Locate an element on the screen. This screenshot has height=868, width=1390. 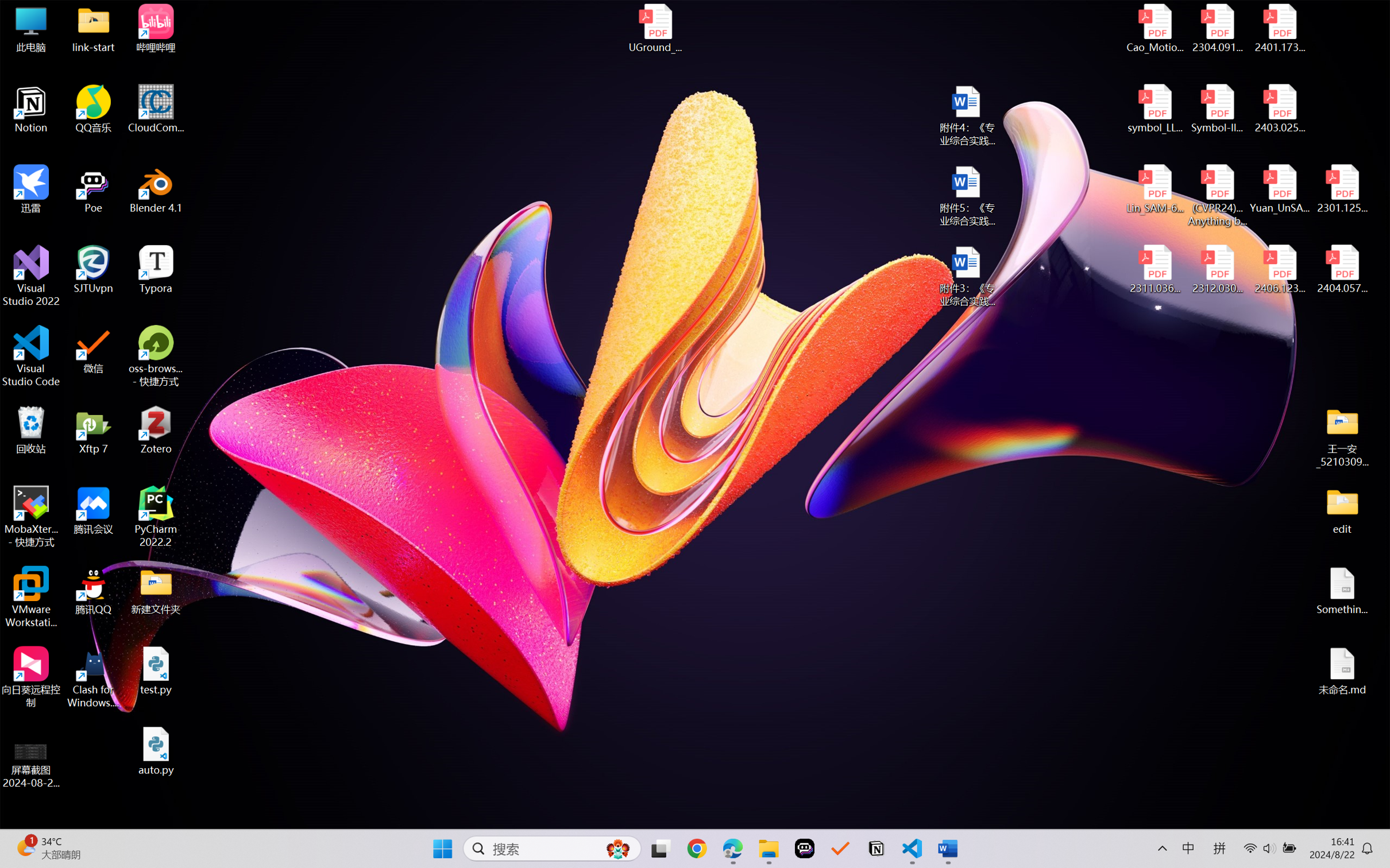
'(CVPR24)Matching Anything by Segmenting Anything.pdf' is located at coordinates (1217, 195).